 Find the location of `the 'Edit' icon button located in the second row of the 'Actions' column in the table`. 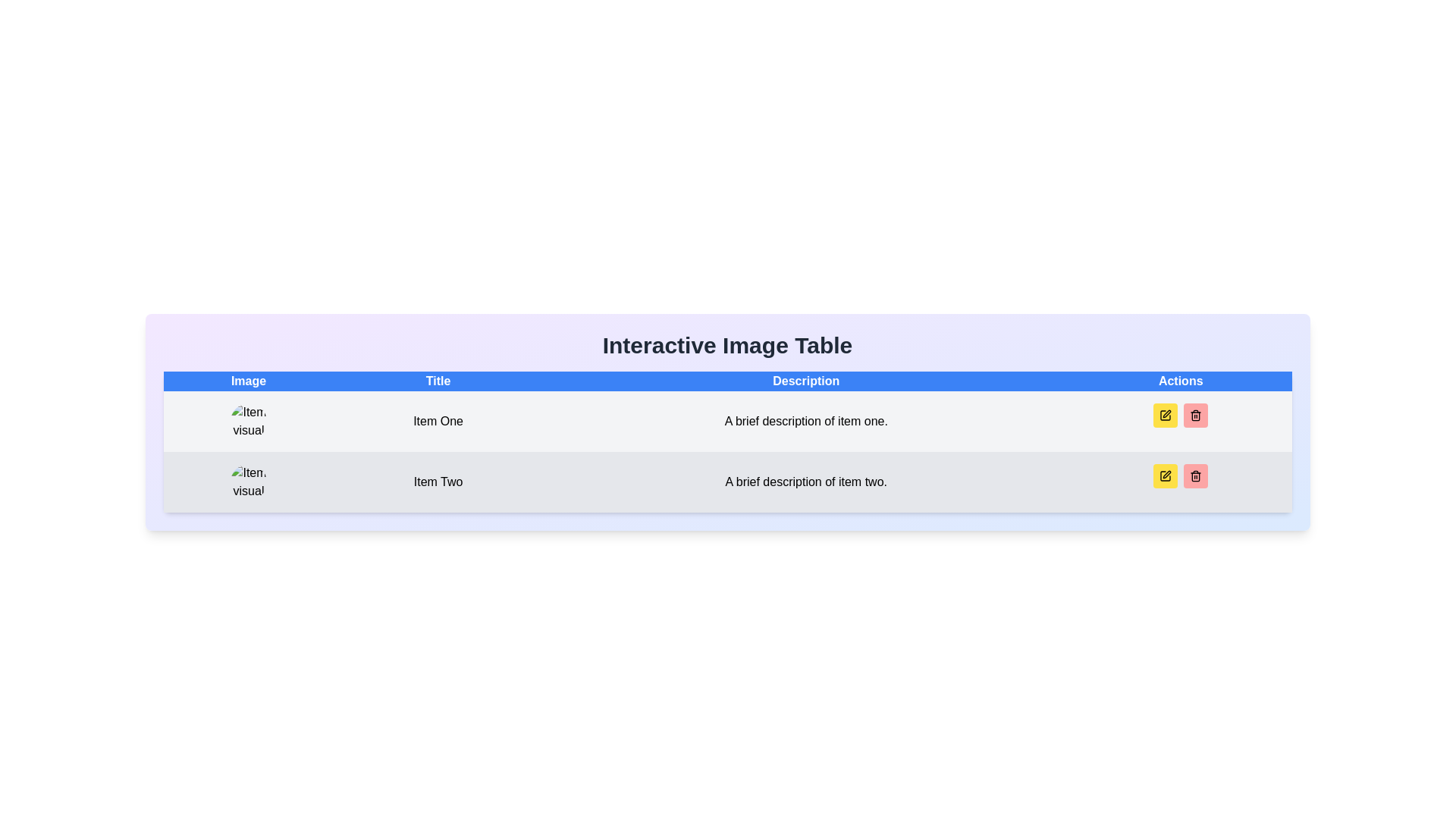

the 'Edit' icon button located in the second row of the 'Actions' column in the table is located at coordinates (1165, 475).